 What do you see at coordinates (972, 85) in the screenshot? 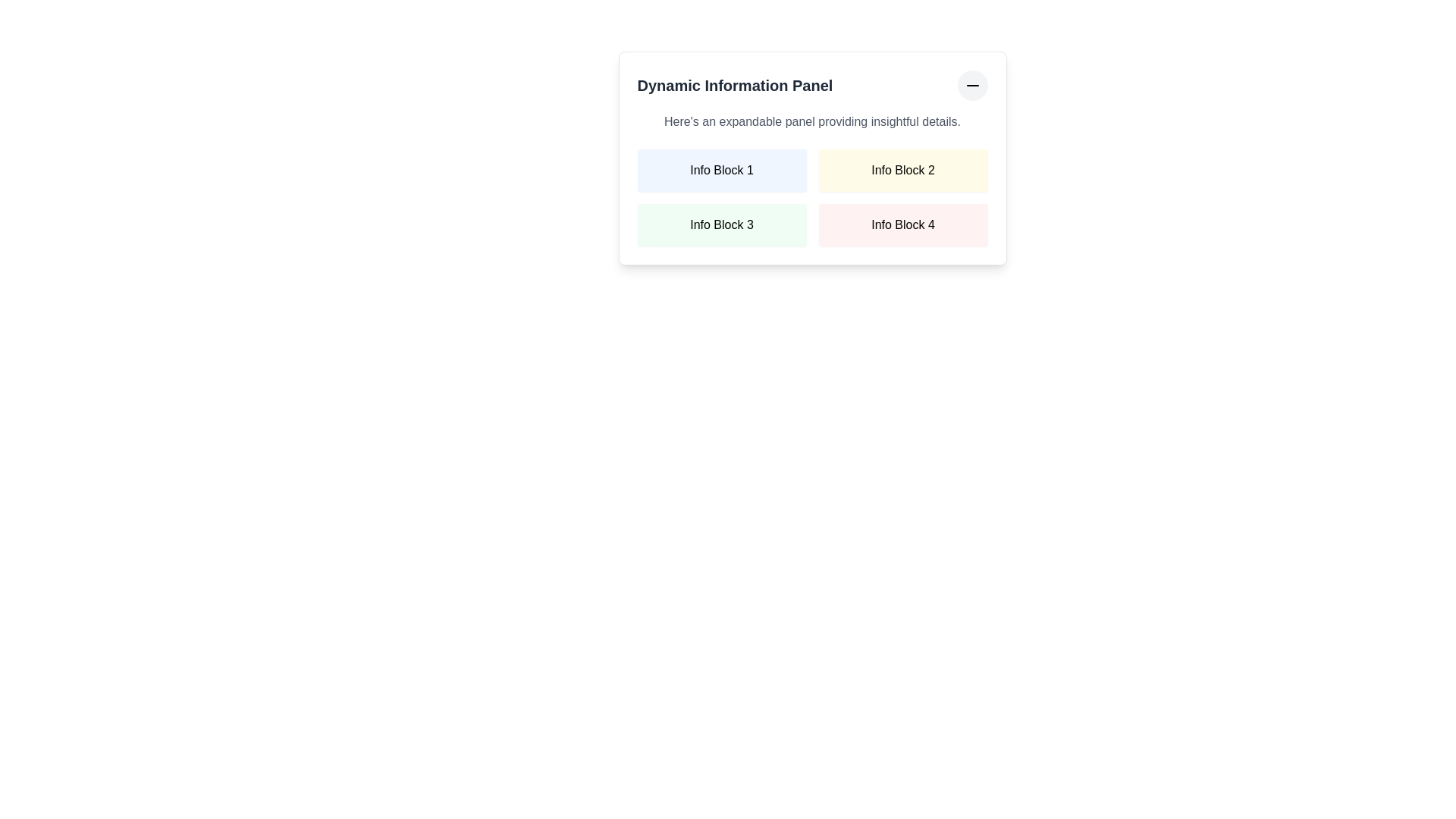
I see `the circular button with a light gray background and a horizontal black line in the center` at bounding box center [972, 85].